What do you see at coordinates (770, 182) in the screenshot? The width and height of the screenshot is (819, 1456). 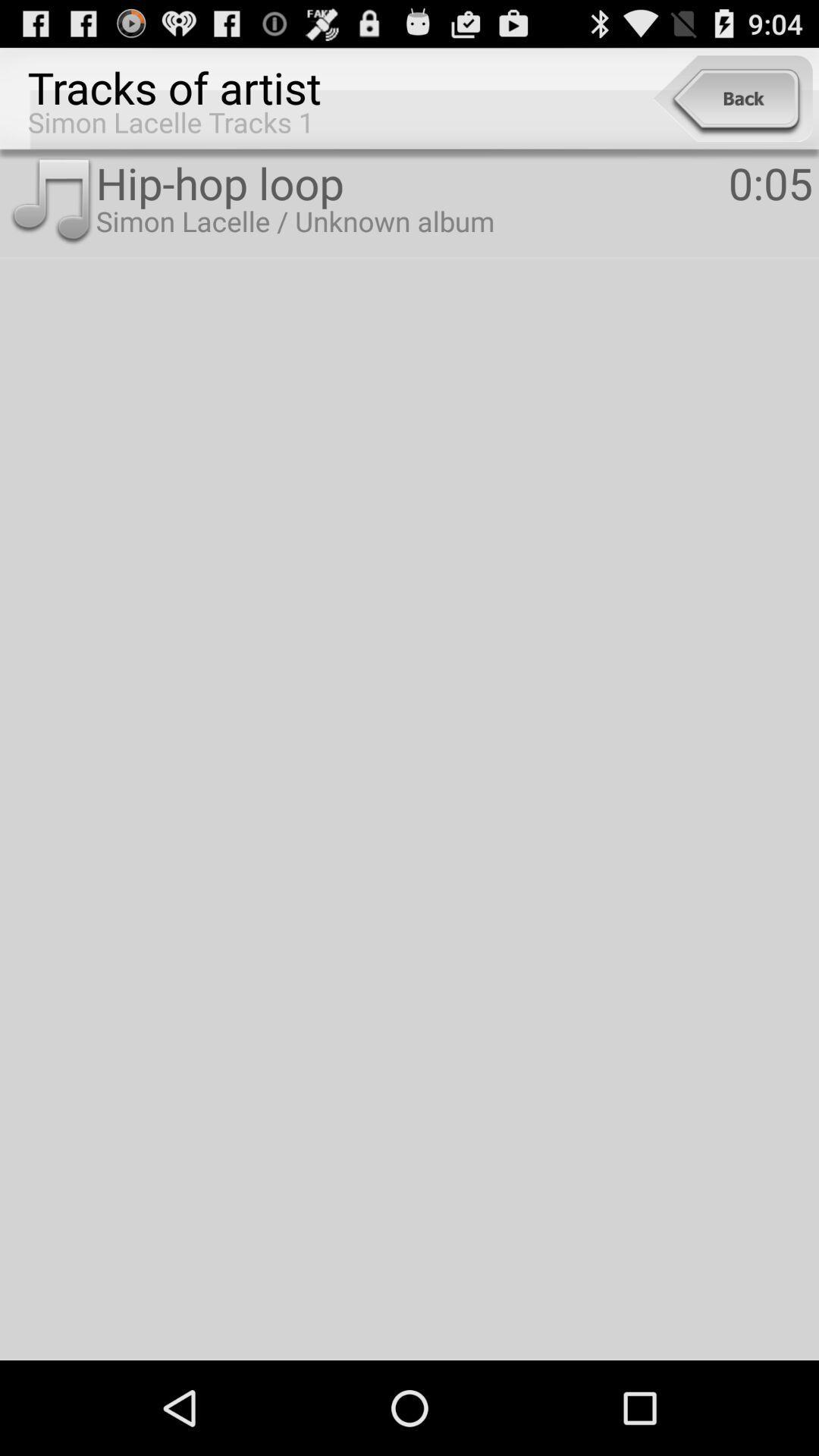 I see `the 0:05 icon` at bounding box center [770, 182].